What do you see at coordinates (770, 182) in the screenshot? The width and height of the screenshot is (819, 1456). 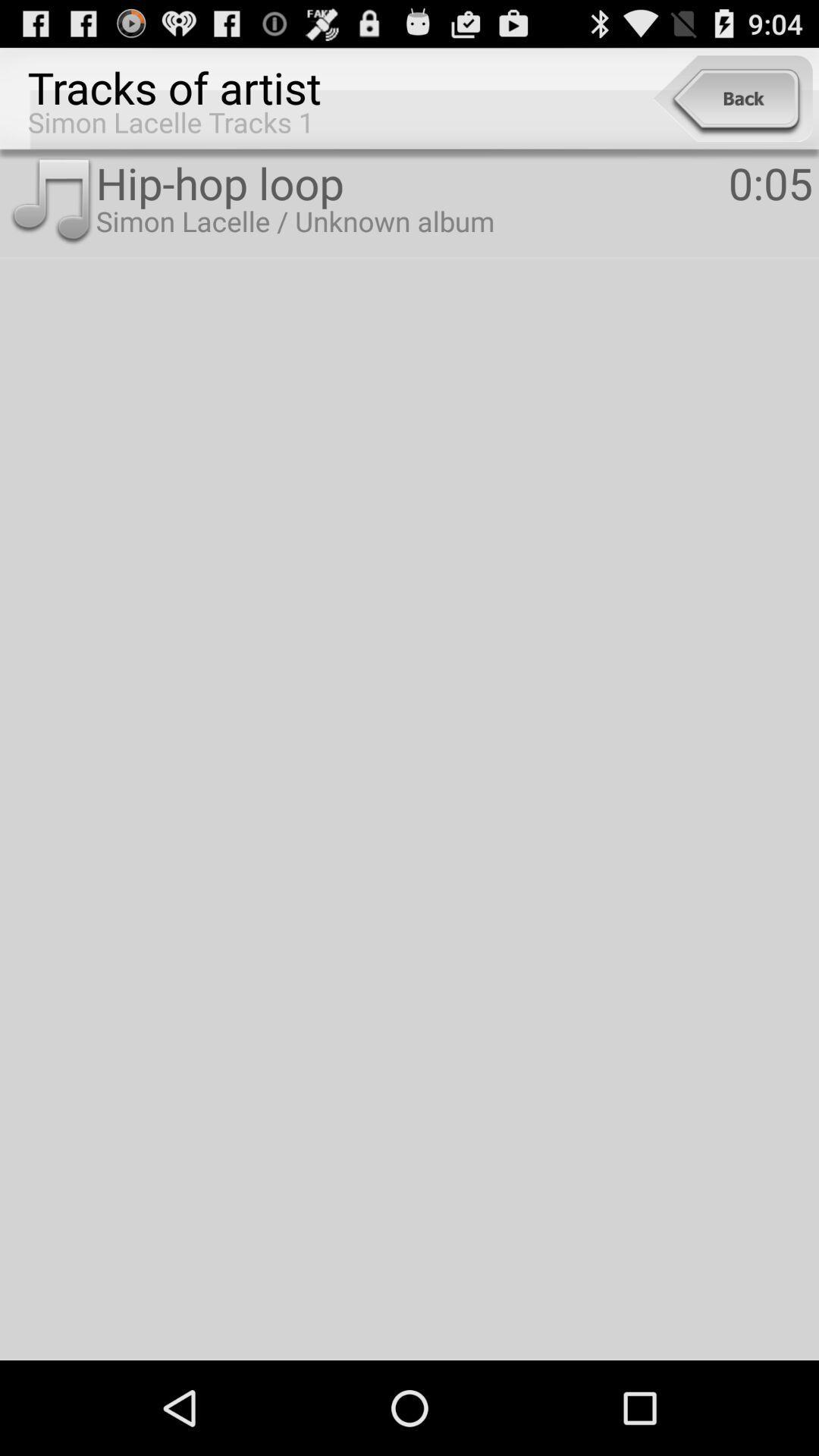 I see `the 0:05 icon` at bounding box center [770, 182].